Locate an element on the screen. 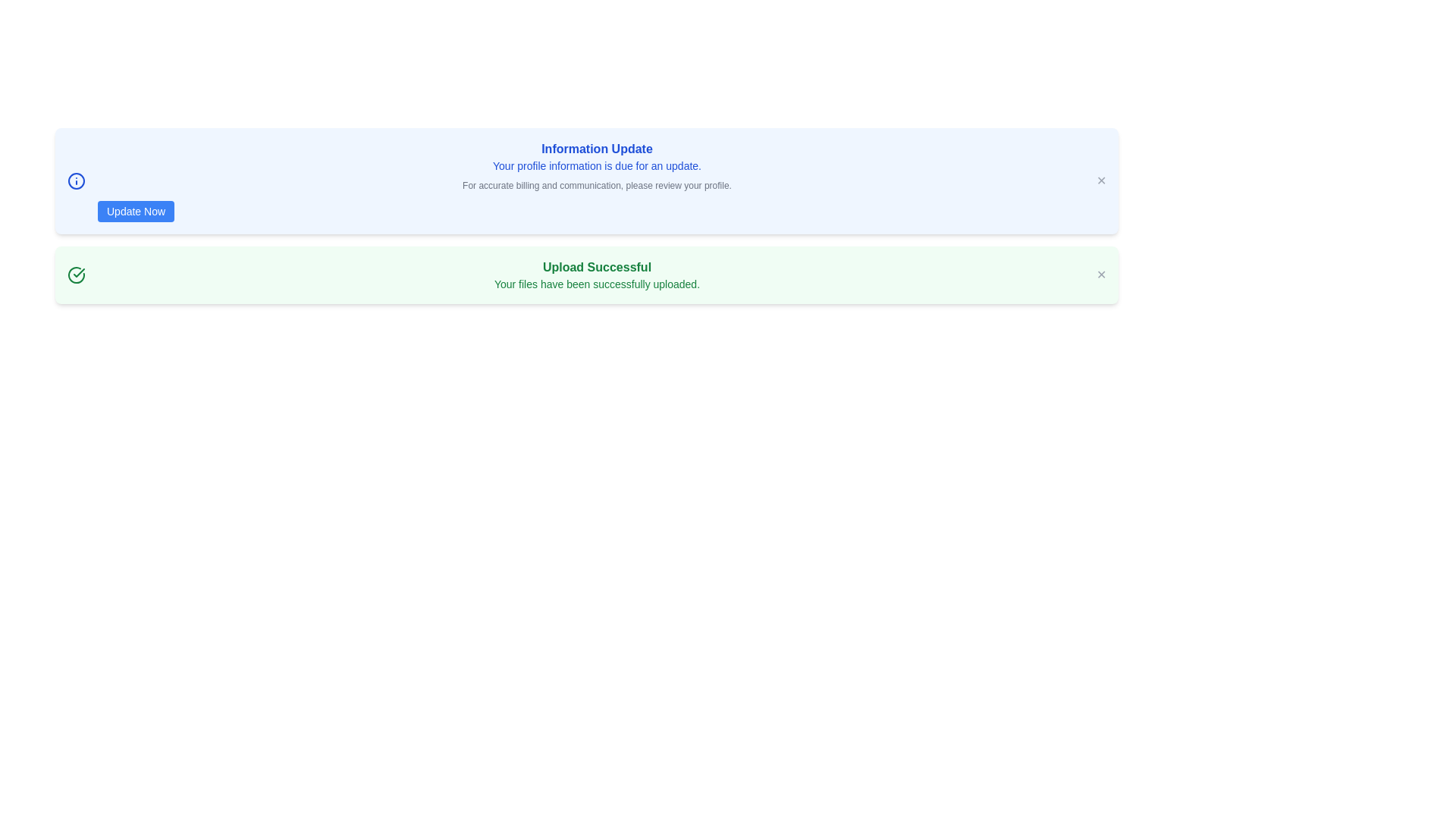 The width and height of the screenshot is (1456, 819). the reminder message prompting the user to review and update their profile information, located beneath the heading 'Information Update' is located at coordinates (596, 166).